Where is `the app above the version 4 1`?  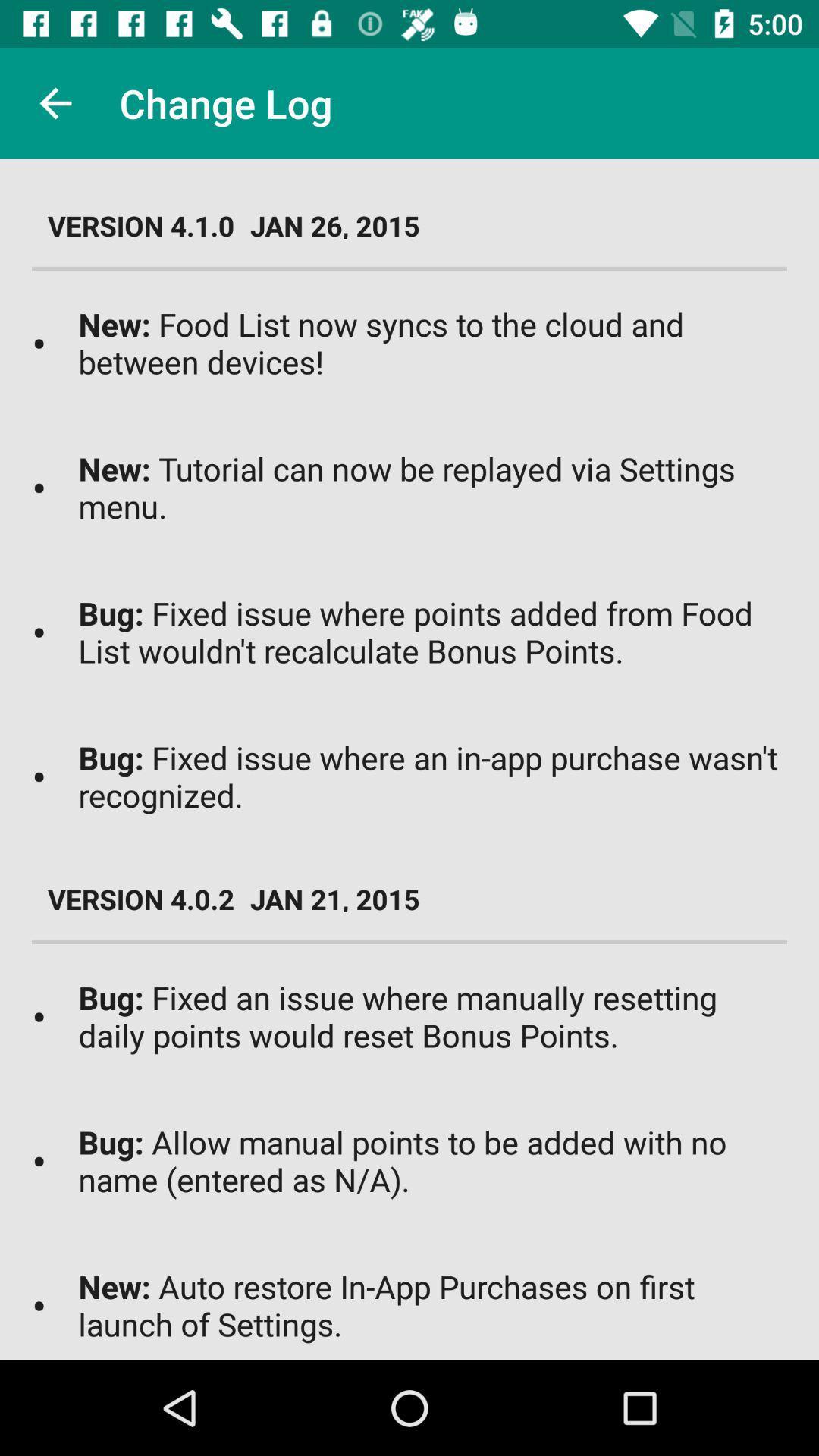
the app above the version 4 1 is located at coordinates (55, 102).